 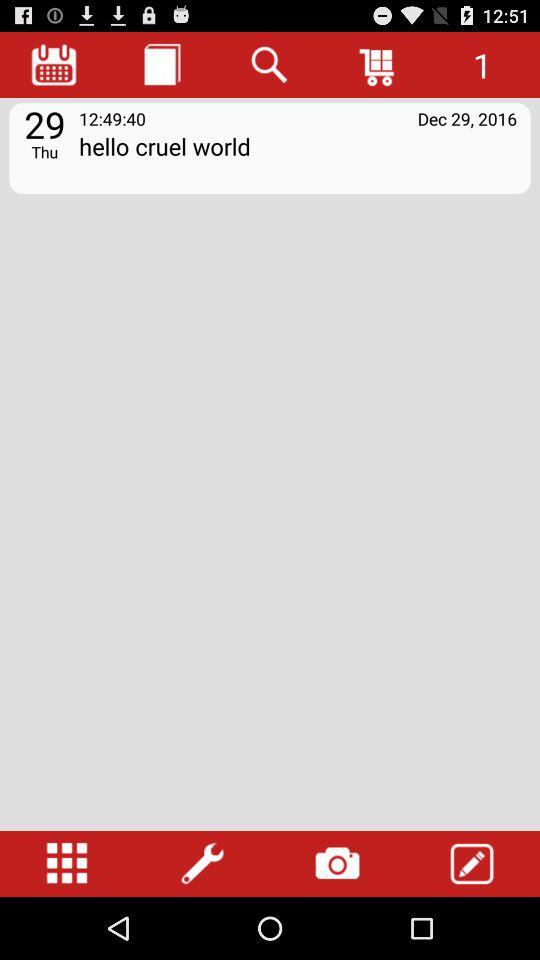 What do you see at coordinates (467, 118) in the screenshot?
I see `item to the right of the 12:49:40 item` at bounding box center [467, 118].